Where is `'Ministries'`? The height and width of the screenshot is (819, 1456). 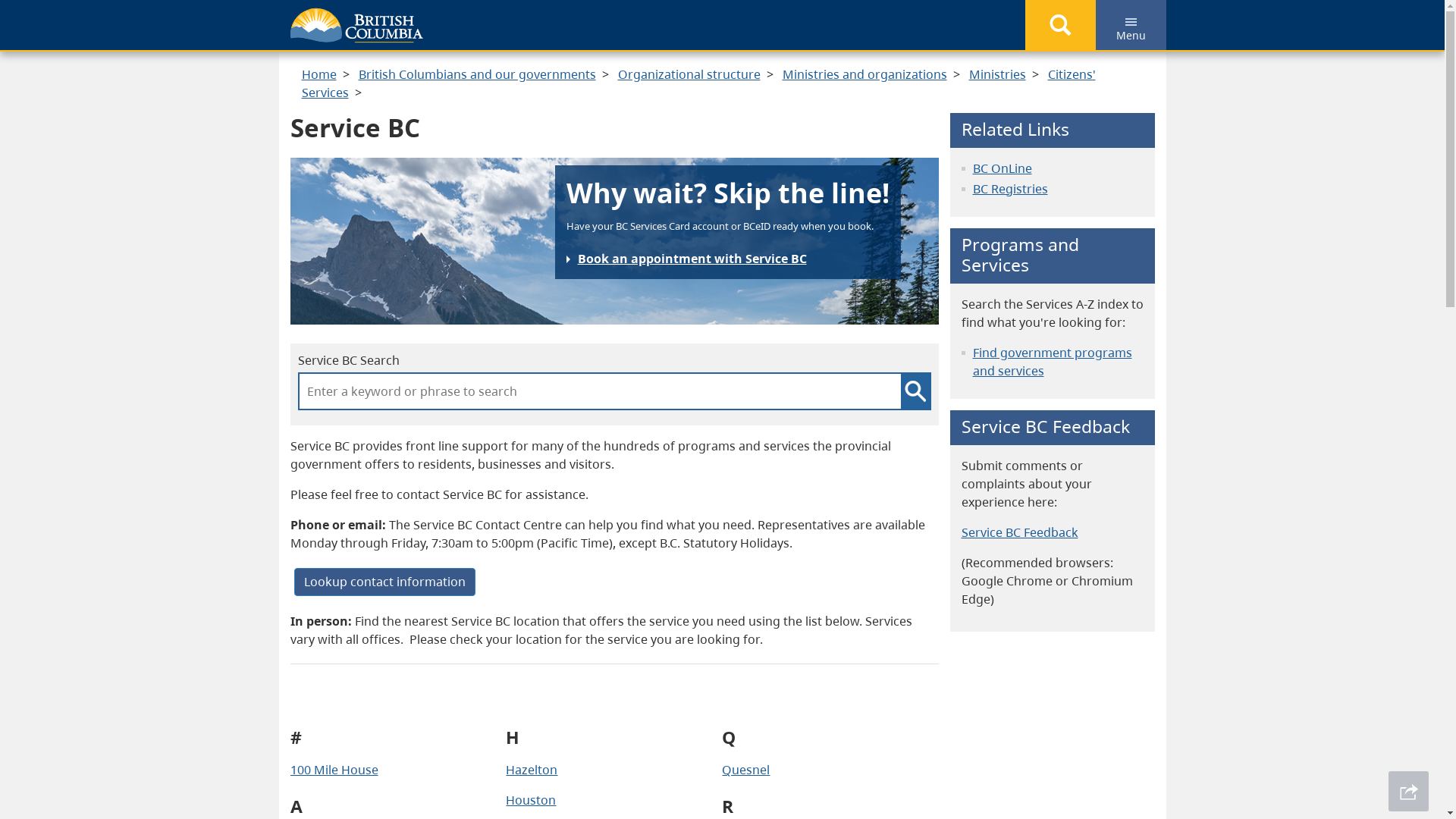
'Ministries' is located at coordinates (968, 74).